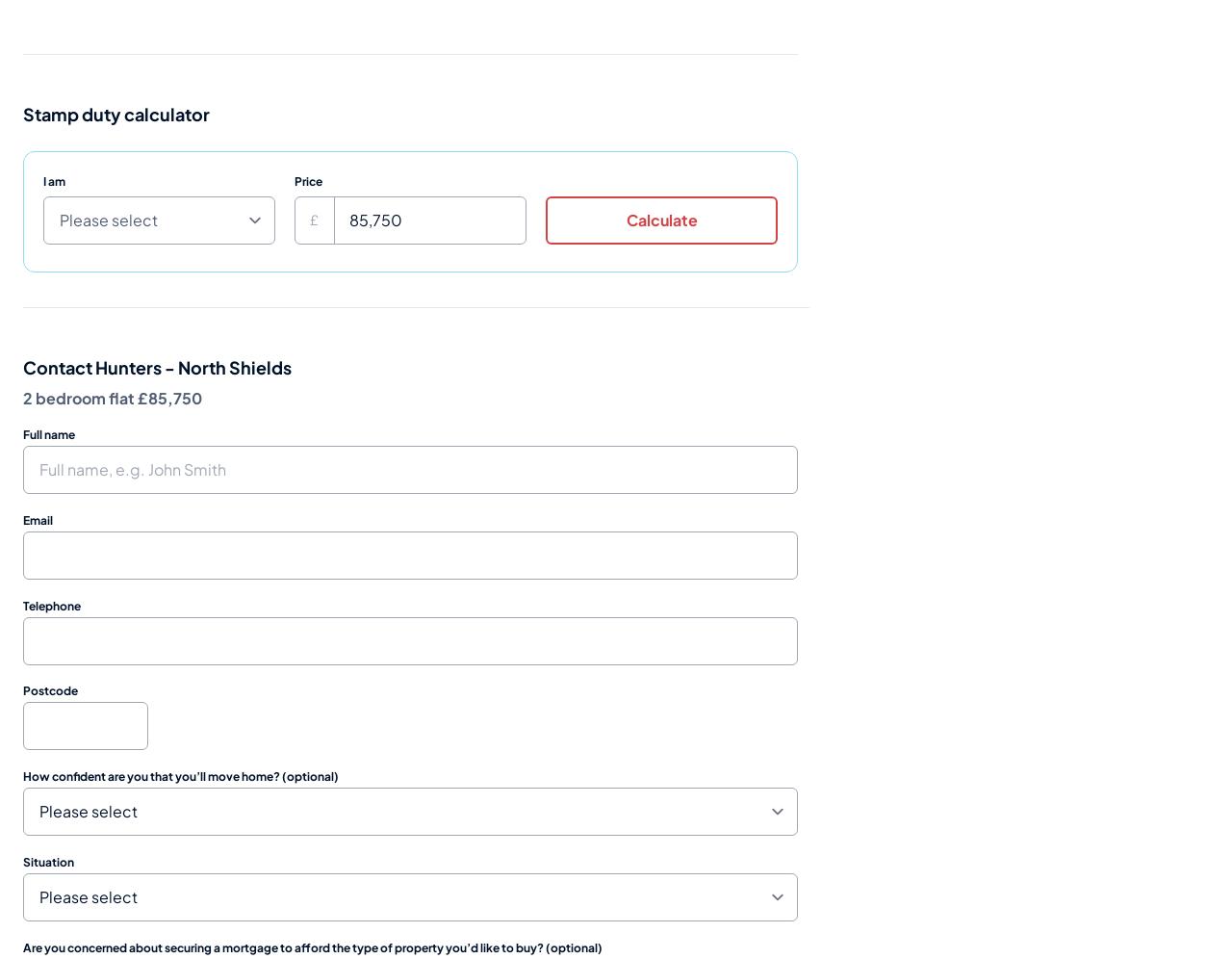  What do you see at coordinates (166, 113) in the screenshot?
I see `'calculator'` at bounding box center [166, 113].